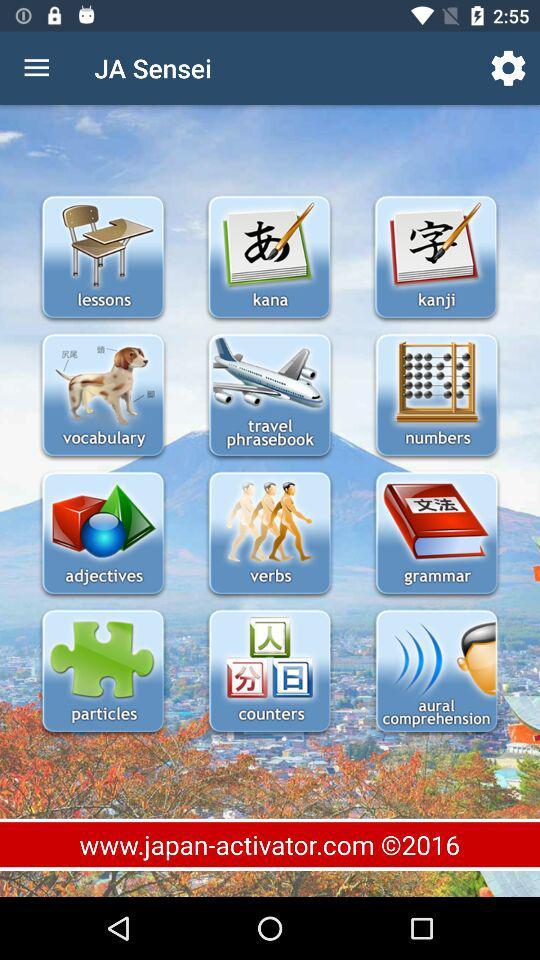  I want to click on travel phrasebook option, so click(269, 396).